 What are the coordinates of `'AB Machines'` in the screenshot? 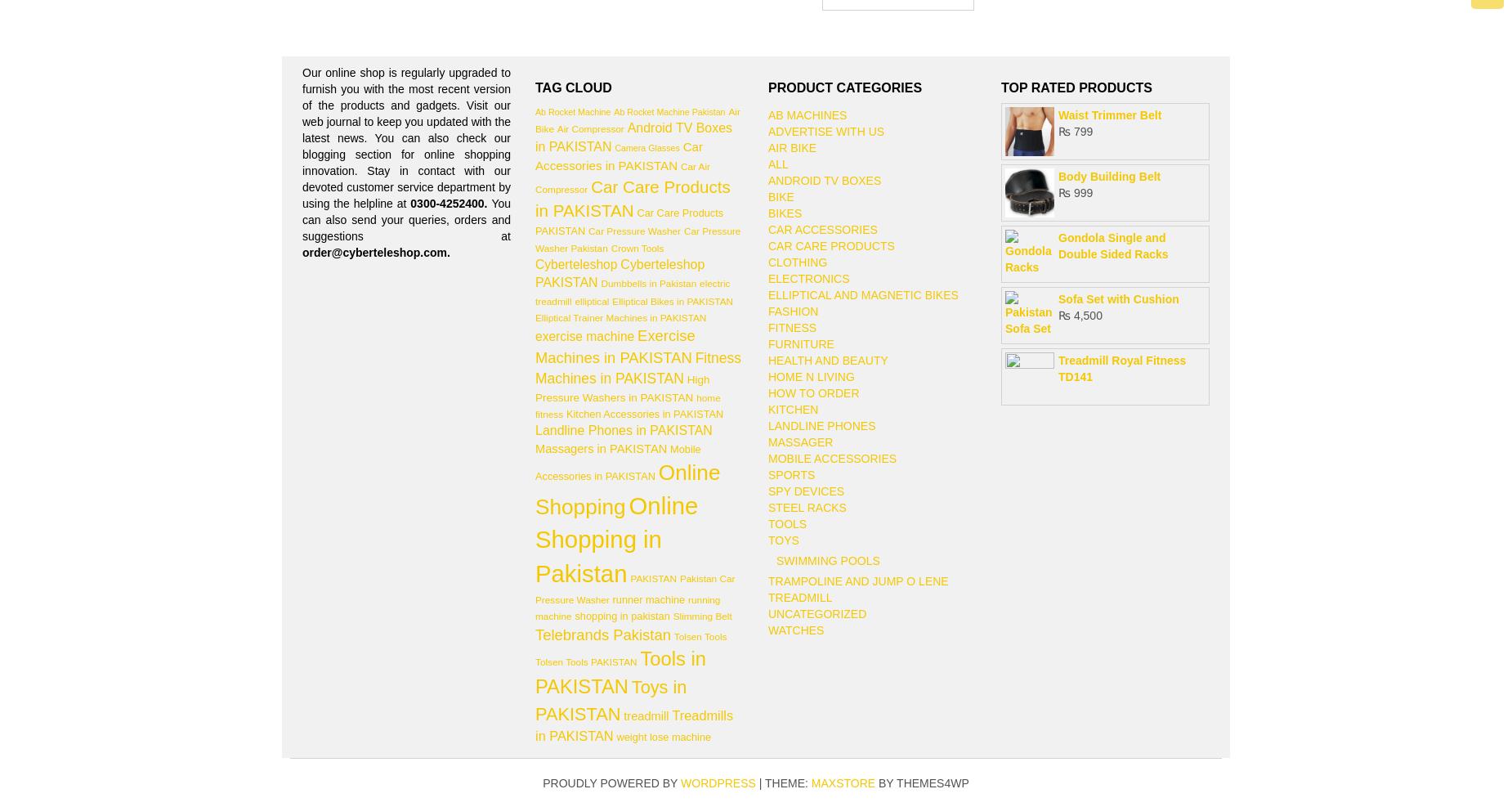 It's located at (807, 115).